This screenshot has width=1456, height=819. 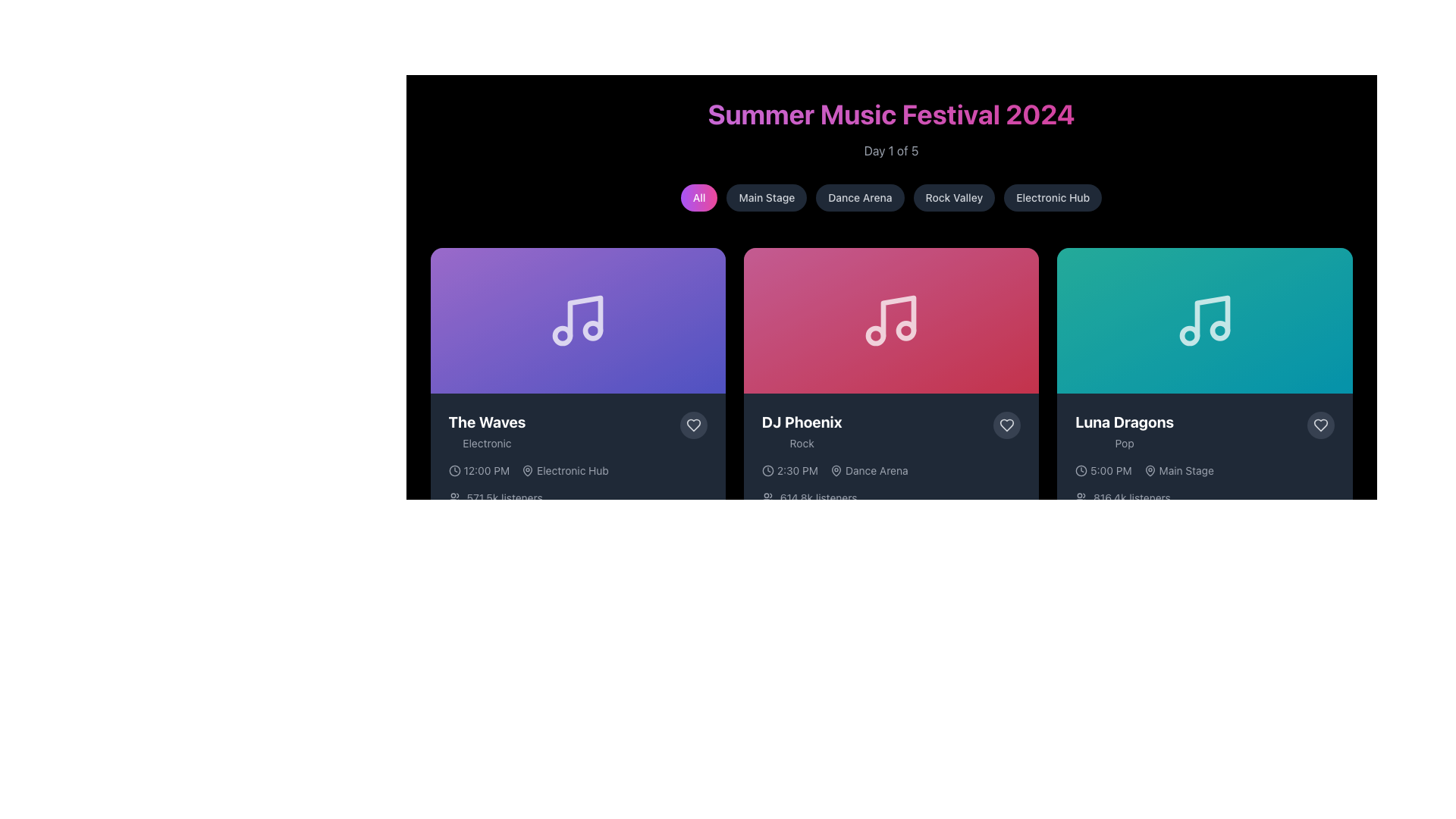 What do you see at coordinates (577, 497) in the screenshot?
I see `the text with icon display showing '571.5k listeners' which is positioned at the bottom of the panel for the music event titled 'The Waves'` at bounding box center [577, 497].